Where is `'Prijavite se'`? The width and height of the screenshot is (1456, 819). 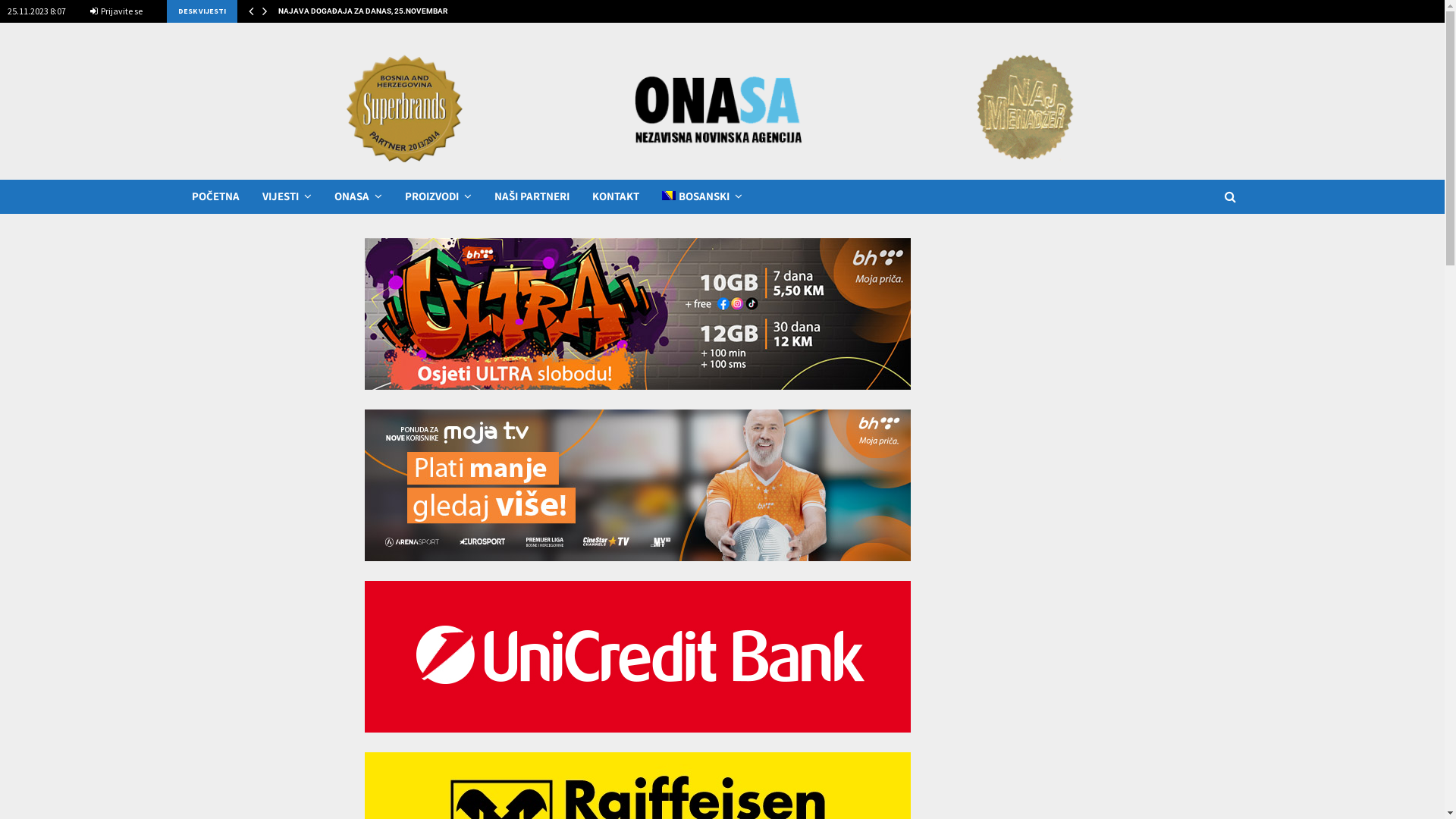
'Prijavite se' is located at coordinates (115, 11).